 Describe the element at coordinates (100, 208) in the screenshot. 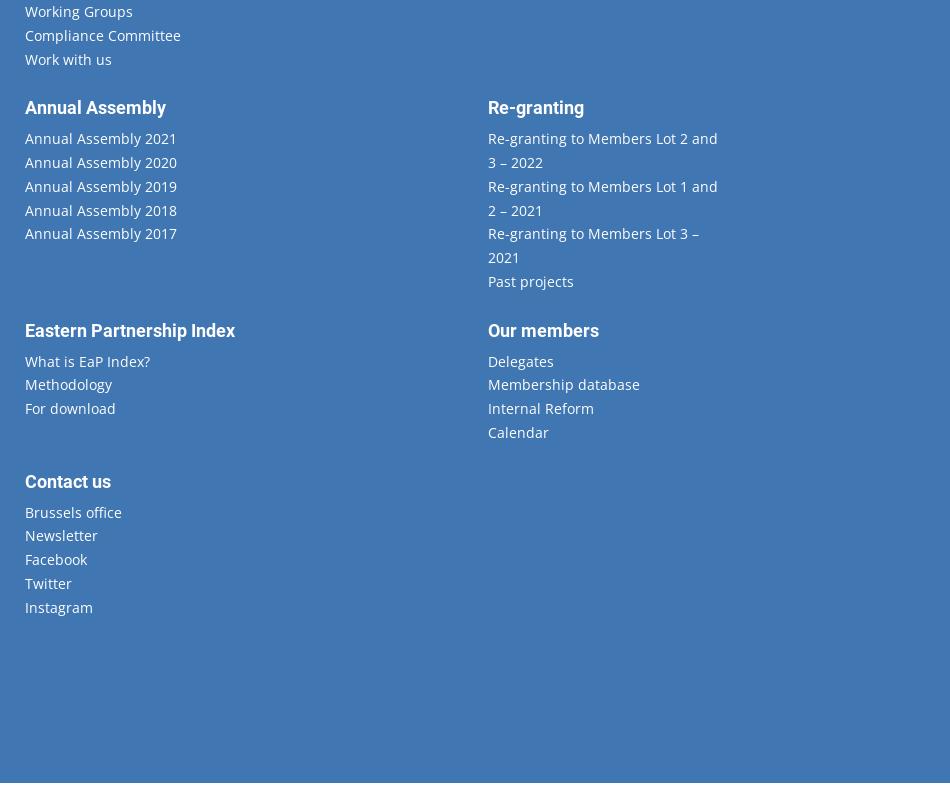

I see `'Annual Assembly 2018'` at that location.